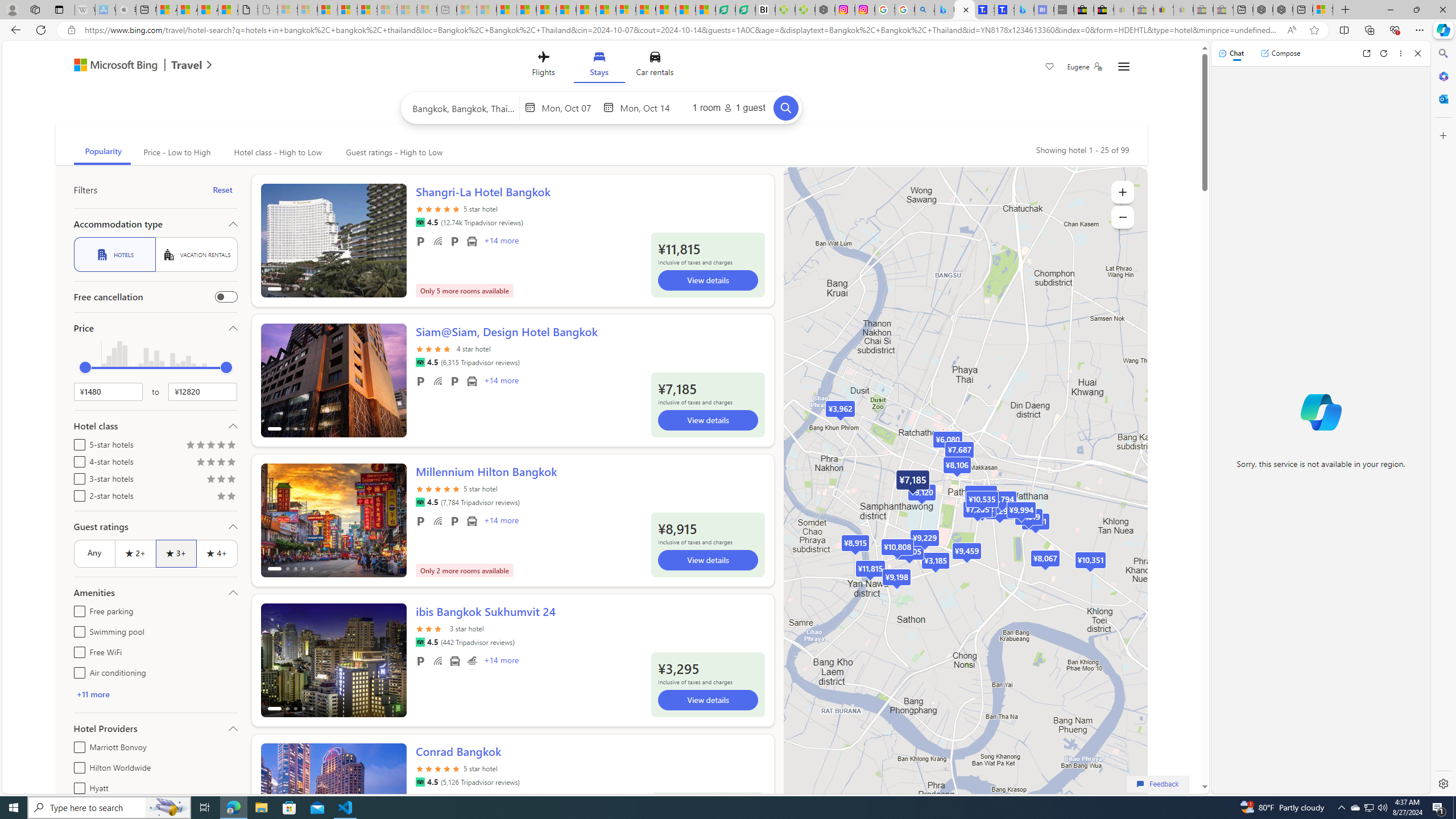 The image size is (1456, 819). What do you see at coordinates (570, 107) in the screenshot?
I see `'Start Date'` at bounding box center [570, 107].